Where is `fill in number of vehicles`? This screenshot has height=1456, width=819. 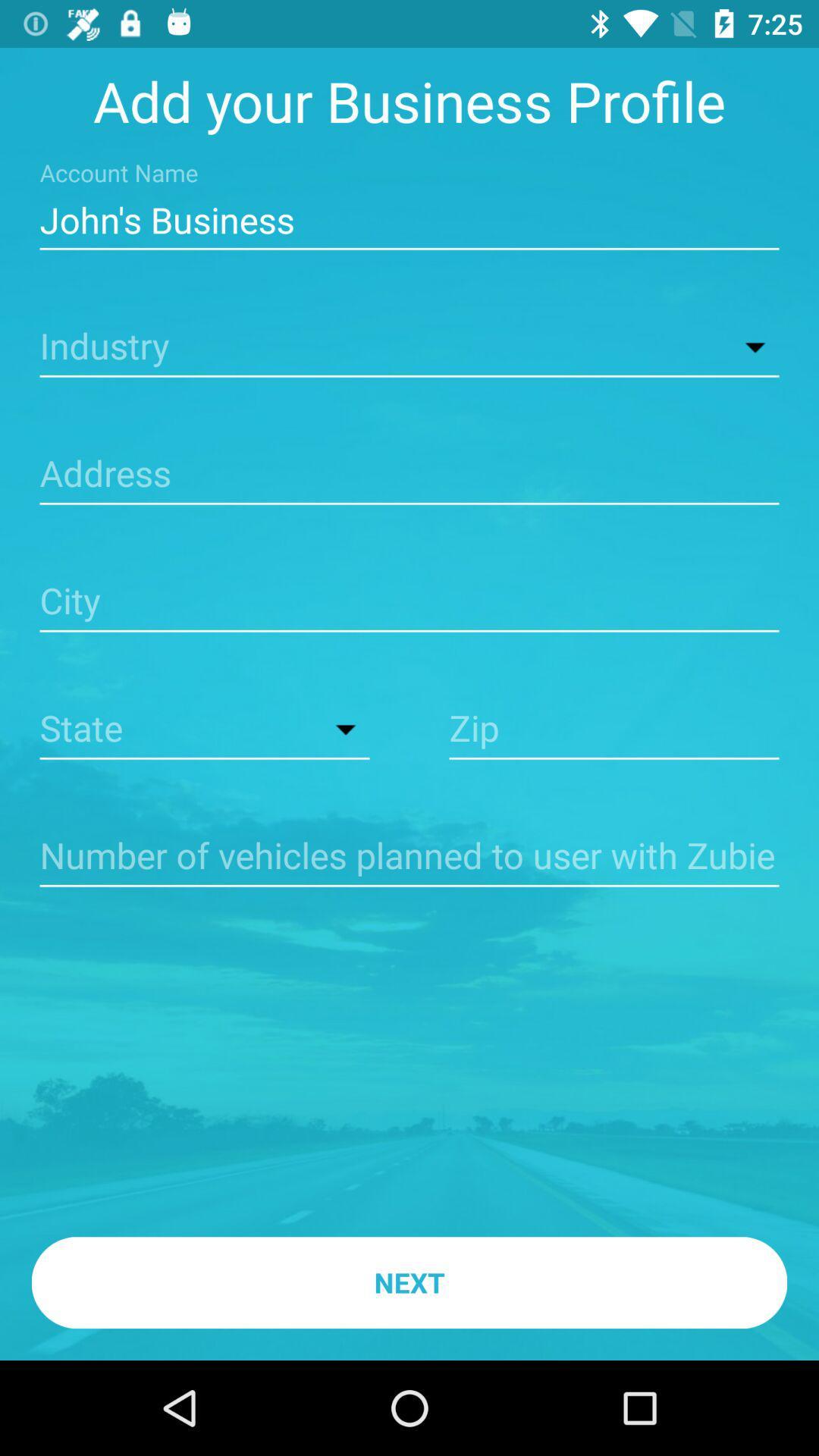 fill in number of vehicles is located at coordinates (409, 858).